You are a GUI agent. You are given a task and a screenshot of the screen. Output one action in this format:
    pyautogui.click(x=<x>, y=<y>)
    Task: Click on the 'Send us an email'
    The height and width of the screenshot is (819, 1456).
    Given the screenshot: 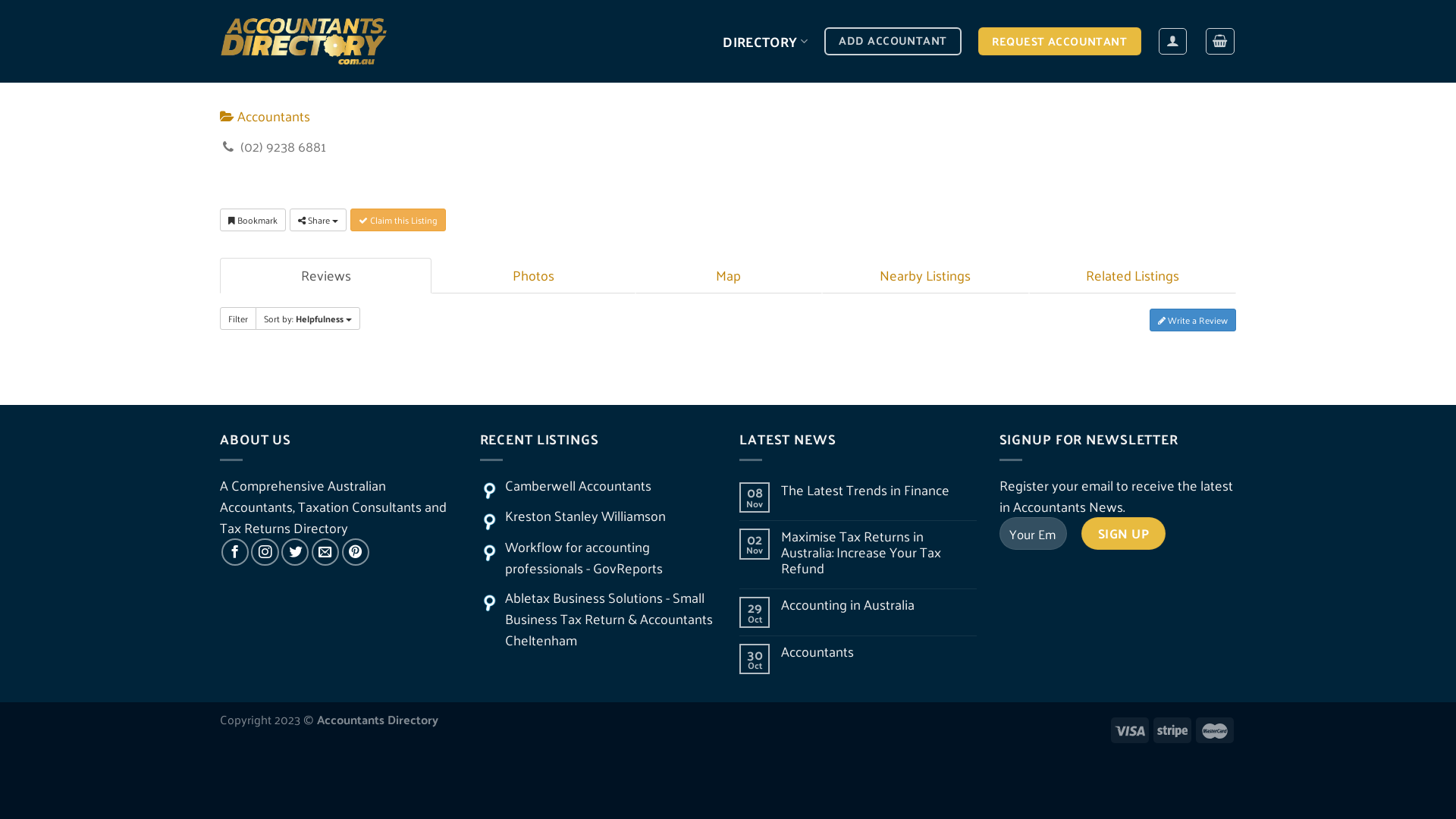 What is the action you would take?
    pyautogui.click(x=324, y=552)
    